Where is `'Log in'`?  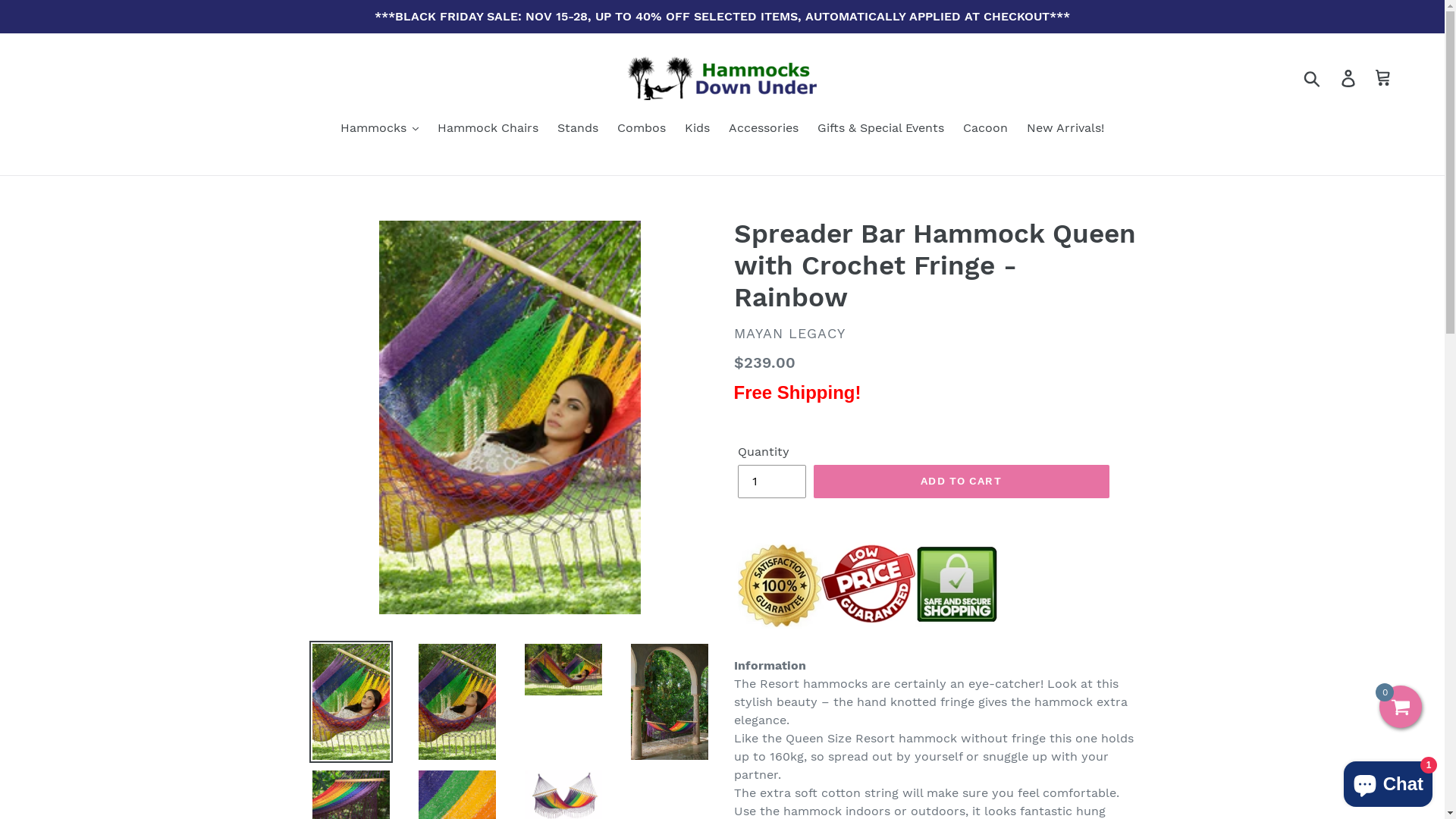
'Log in' is located at coordinates (1349, 78).